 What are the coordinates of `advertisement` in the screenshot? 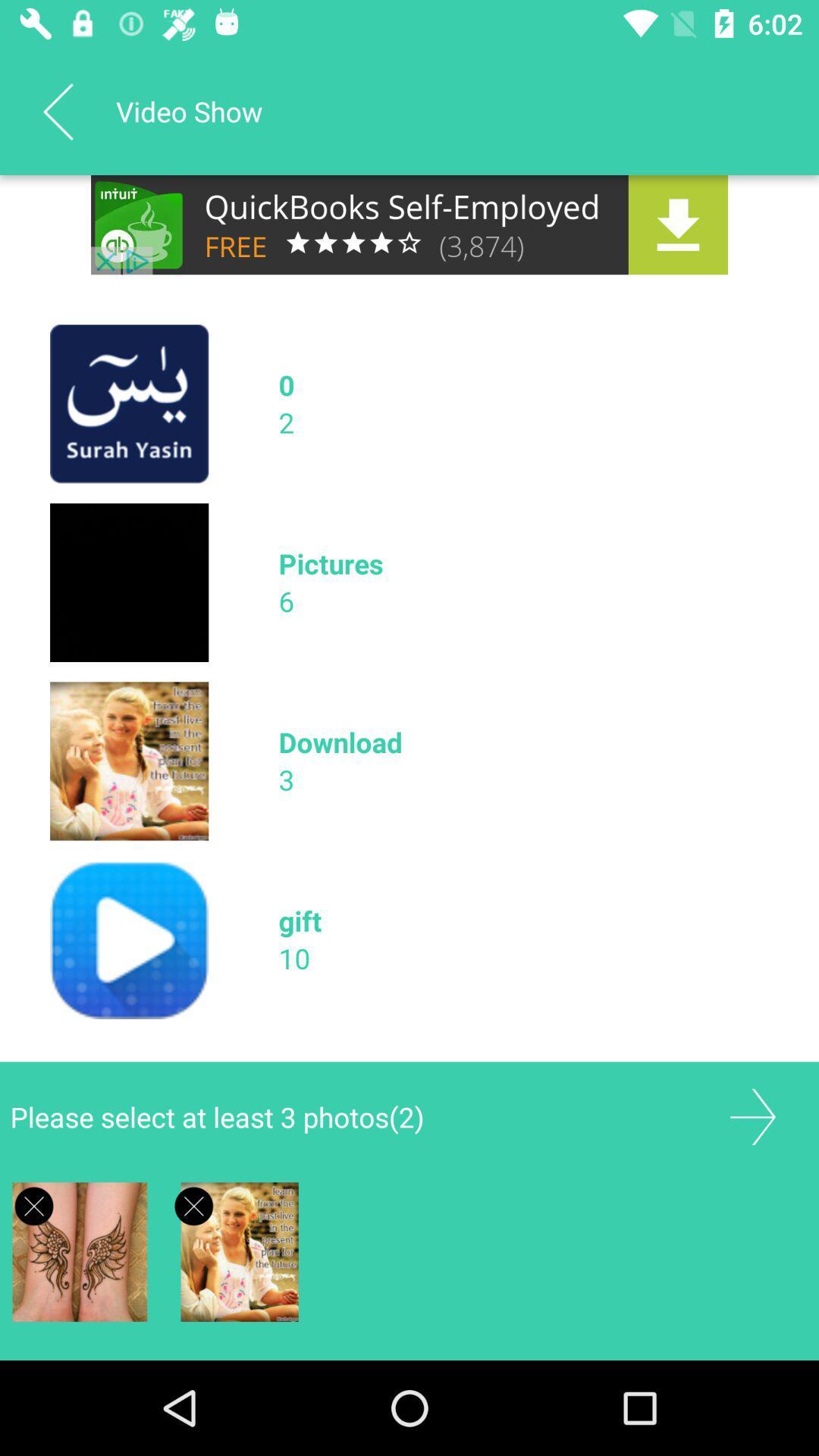 It's located at (409, 224).